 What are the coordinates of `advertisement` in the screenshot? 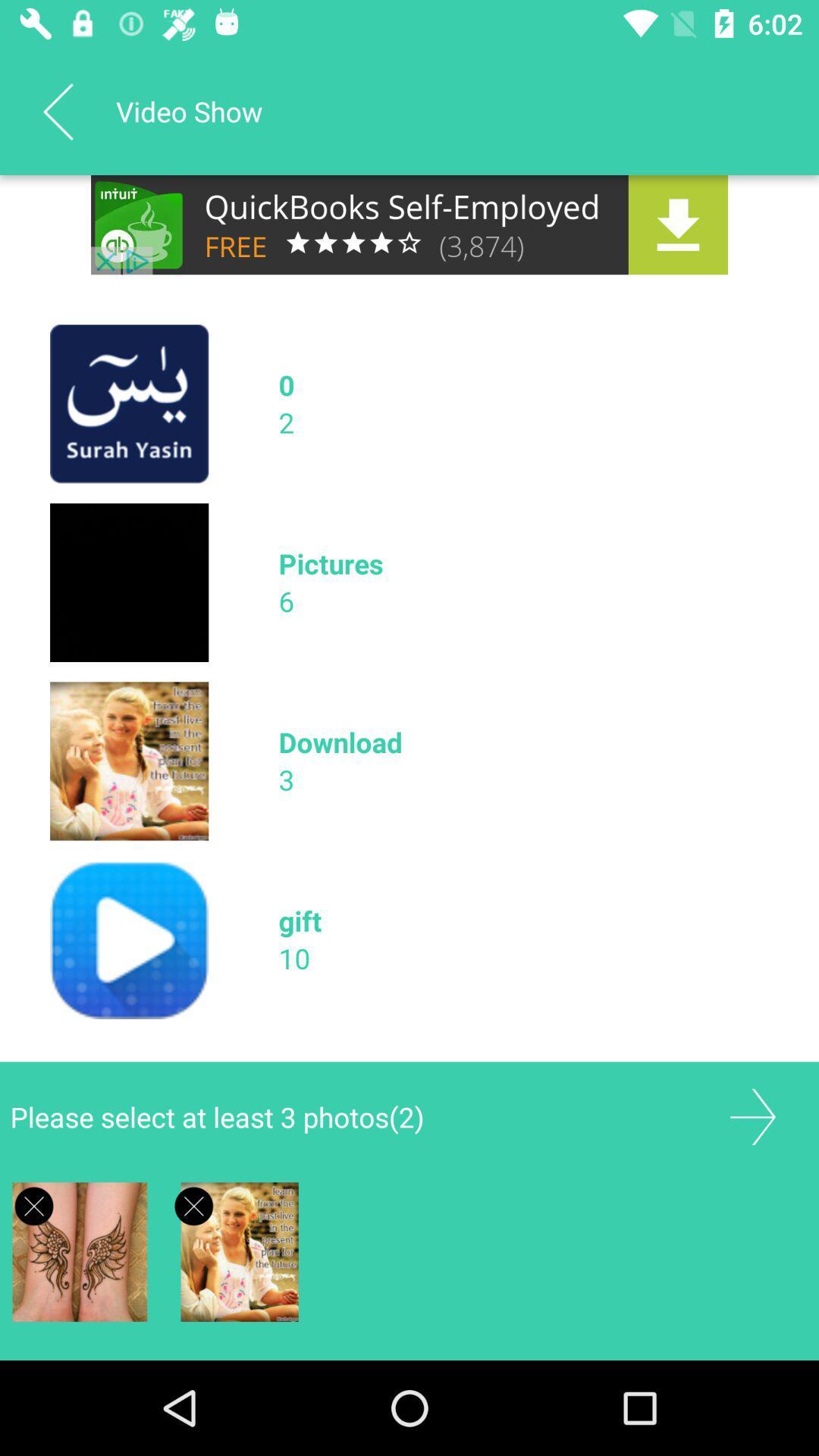 It's located at (409, 224).